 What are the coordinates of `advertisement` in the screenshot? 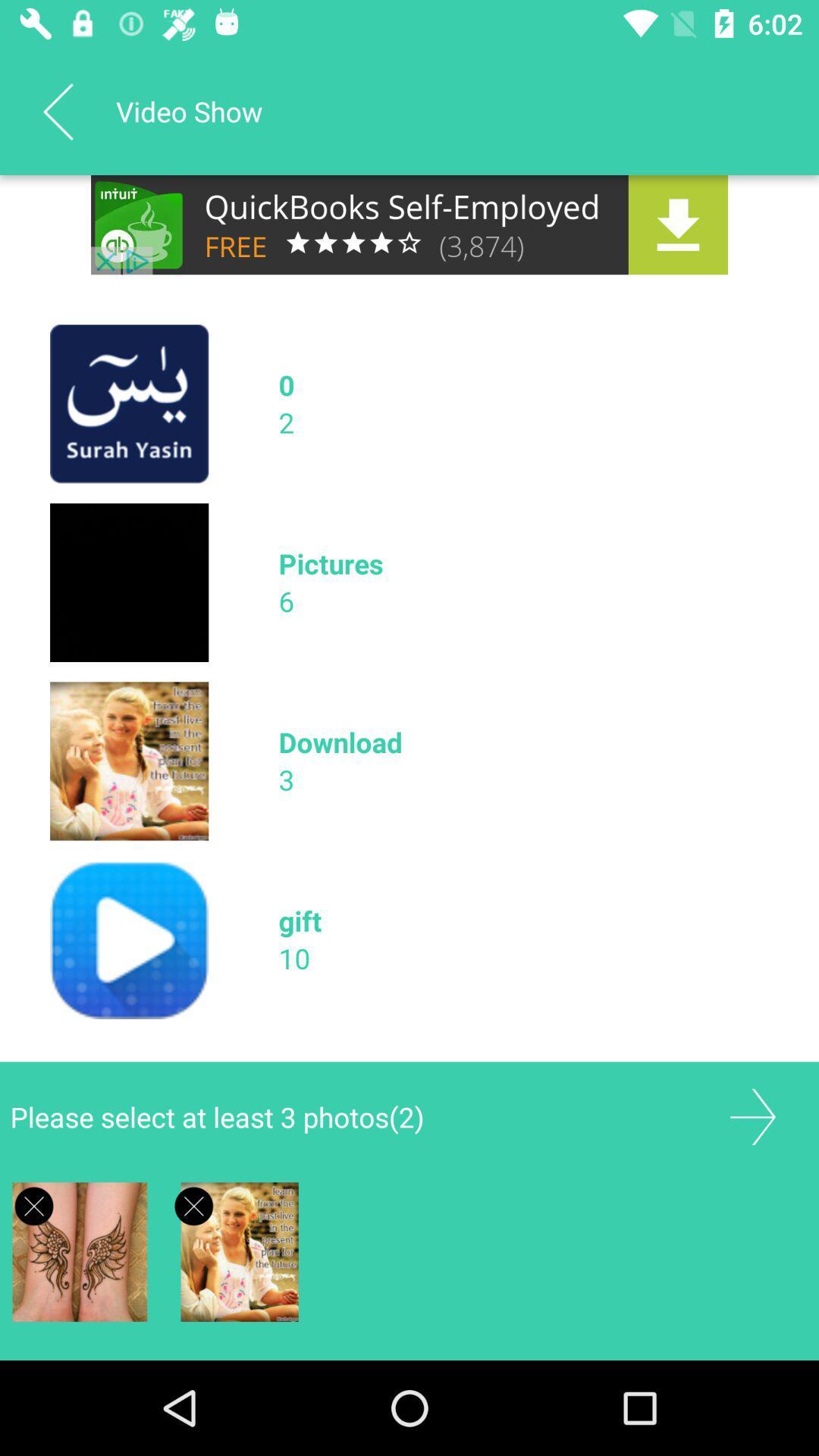 It's located at (409, 224).